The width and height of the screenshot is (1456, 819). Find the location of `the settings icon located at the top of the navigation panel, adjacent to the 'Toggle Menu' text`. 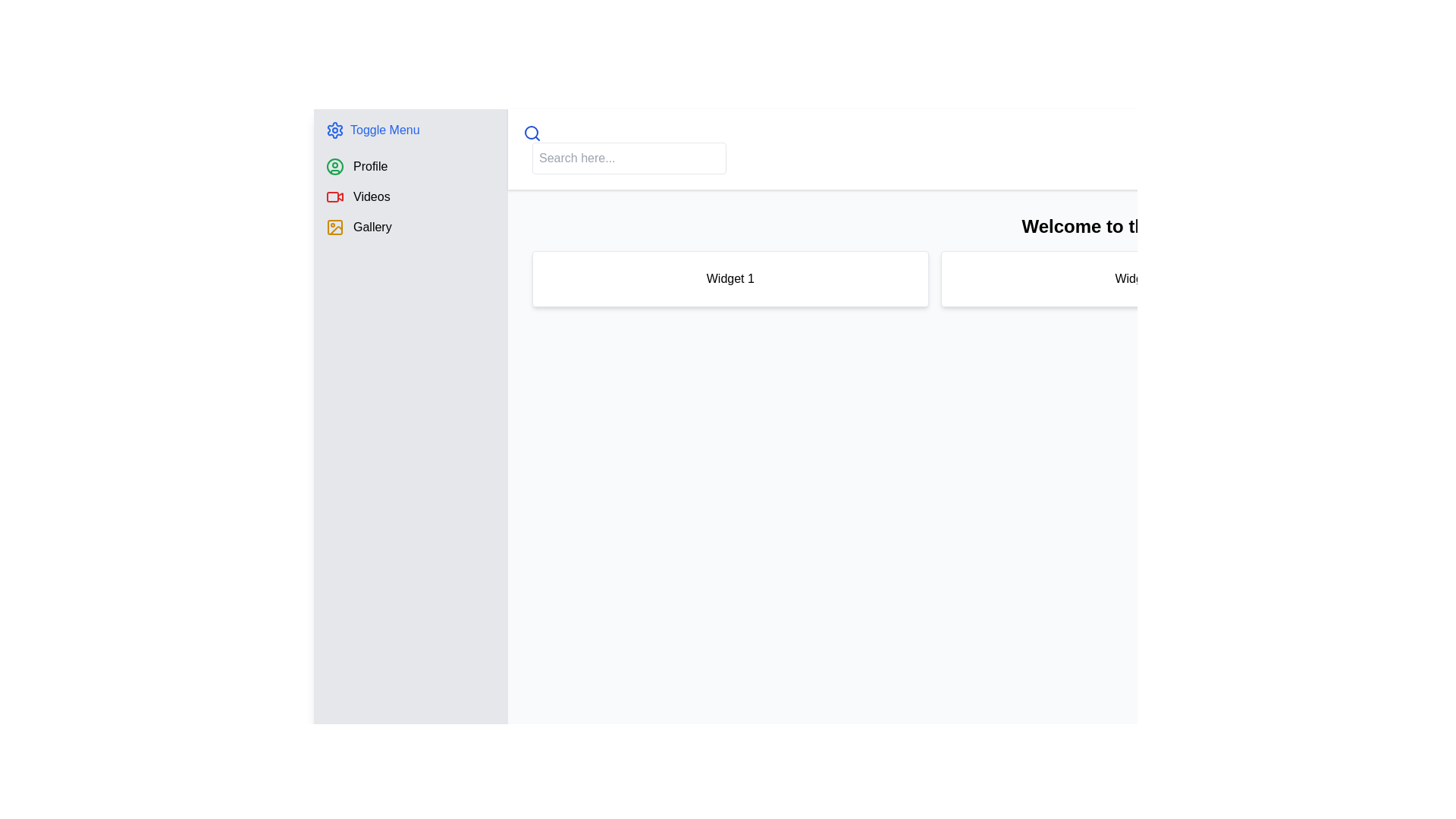

the settings icon located at the top of the navigation panel, adjacent to the 'Toggle Menu' text is located at coordinates (334, 130).